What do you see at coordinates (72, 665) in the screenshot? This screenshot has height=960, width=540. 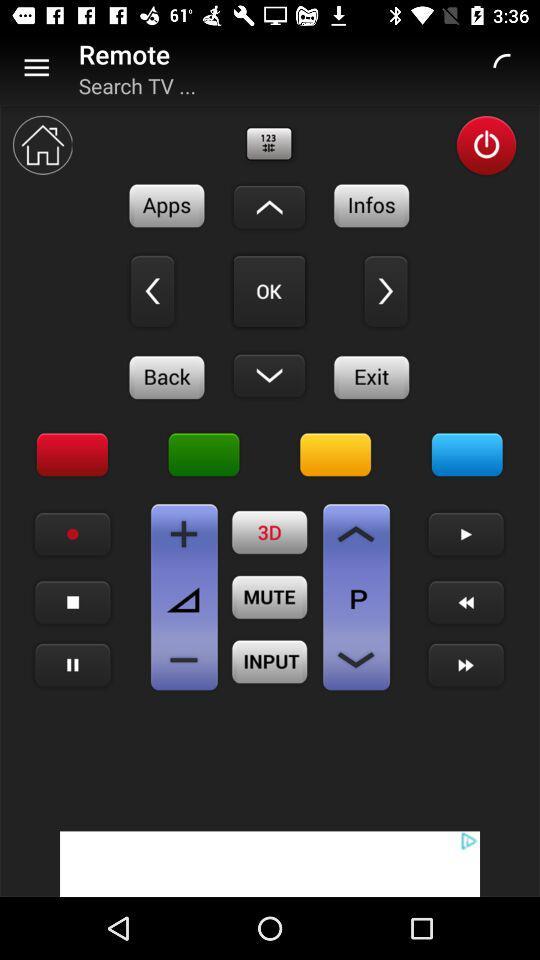 I see `the pause icon` at bounding box center [72, 665].